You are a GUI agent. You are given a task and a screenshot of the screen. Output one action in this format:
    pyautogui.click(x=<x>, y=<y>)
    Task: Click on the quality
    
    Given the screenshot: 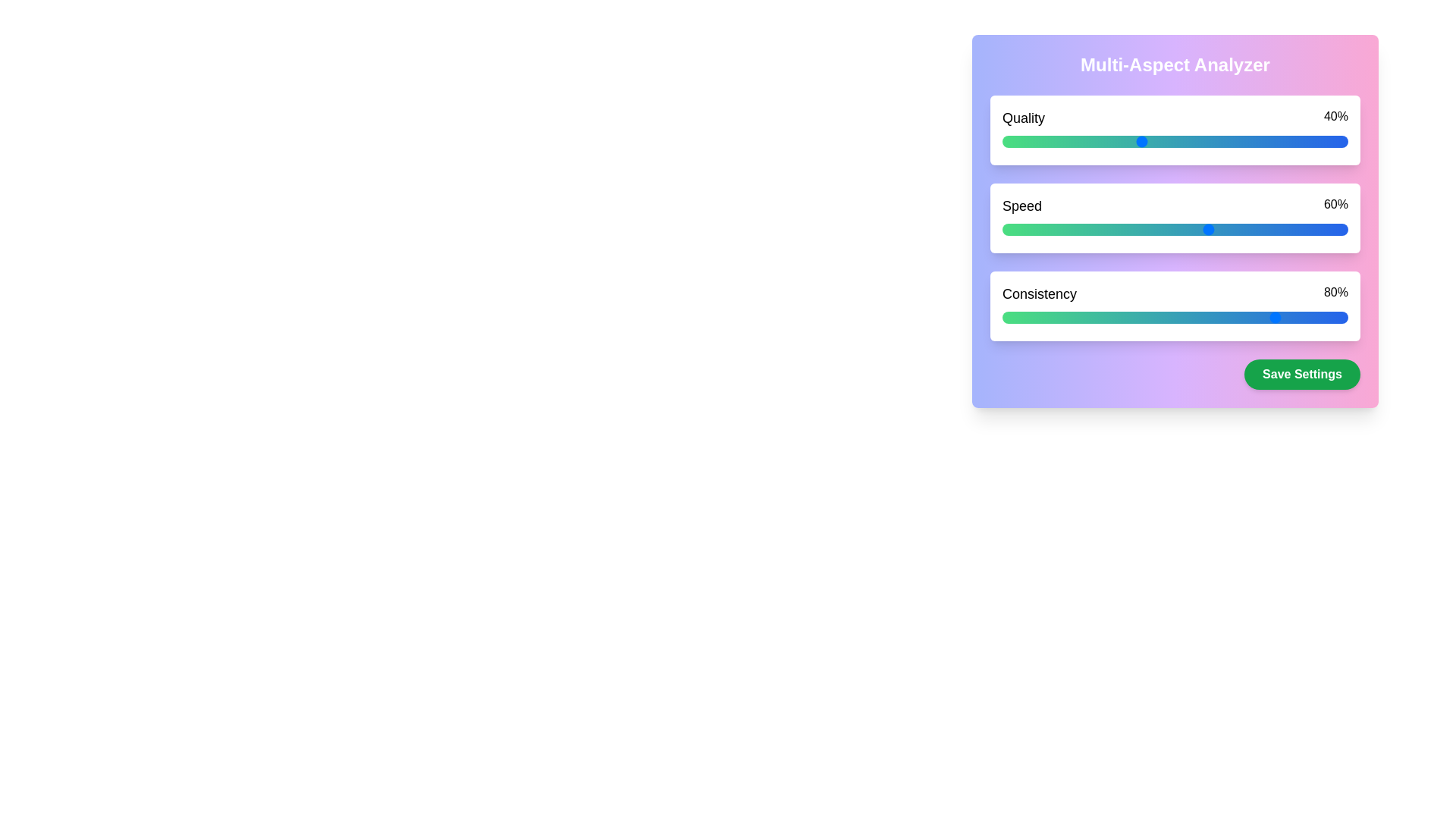 What is the action you would take?
    pyautogui.click(x=1326, y=141)
    